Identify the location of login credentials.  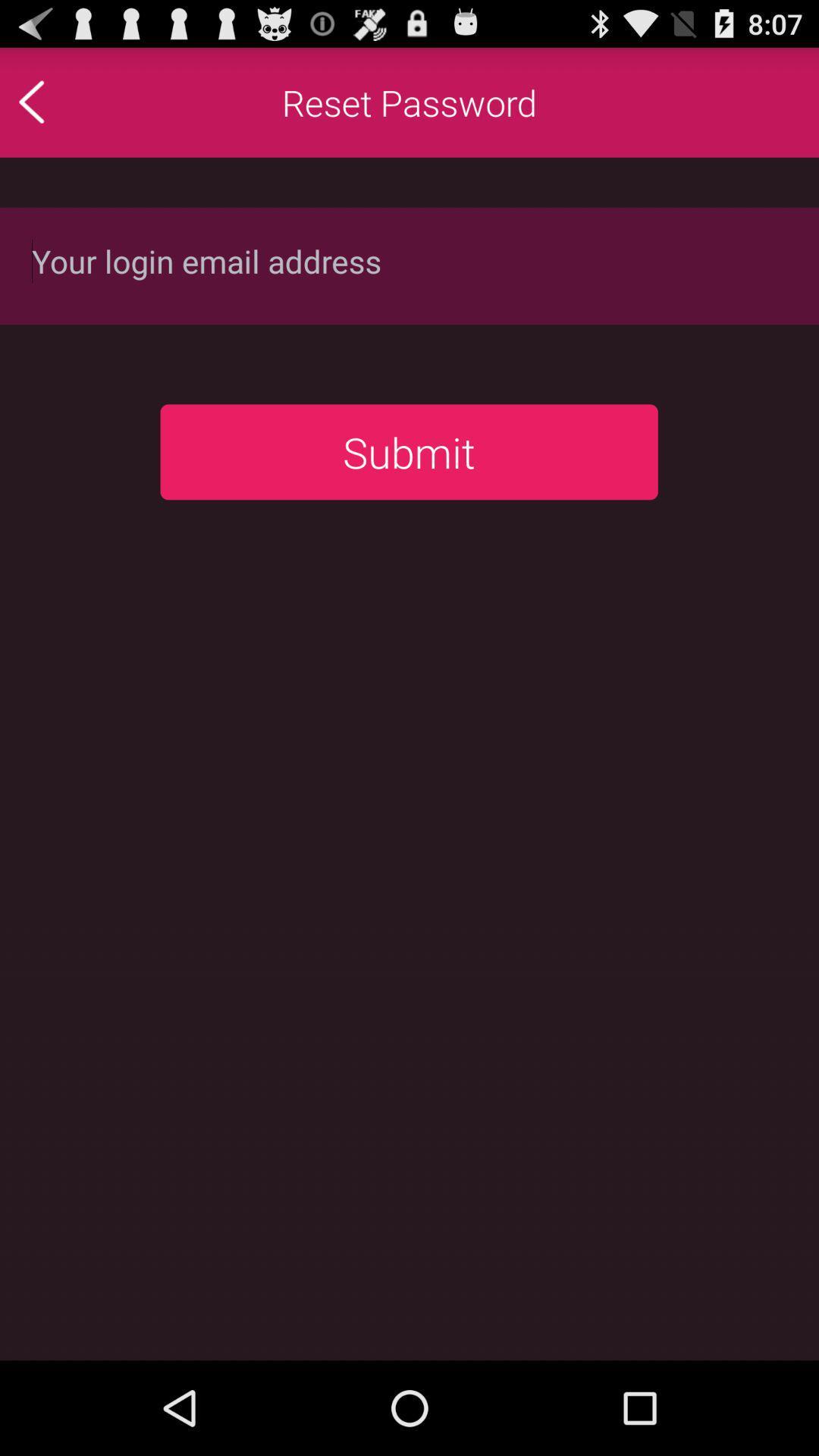
(409, 265).